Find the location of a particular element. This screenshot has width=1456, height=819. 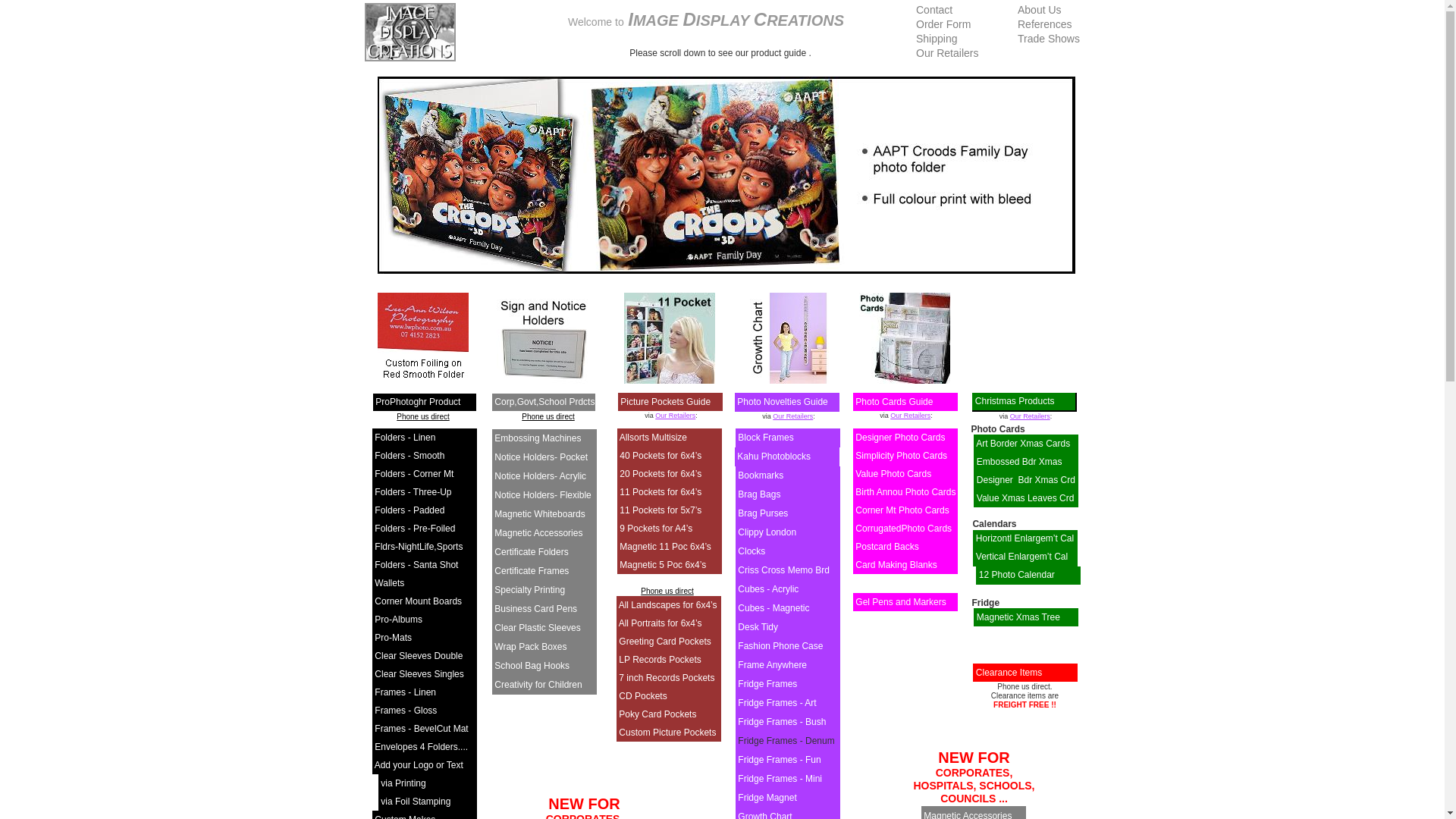

'Christmas Products' is located at coordinates (1015, 400).